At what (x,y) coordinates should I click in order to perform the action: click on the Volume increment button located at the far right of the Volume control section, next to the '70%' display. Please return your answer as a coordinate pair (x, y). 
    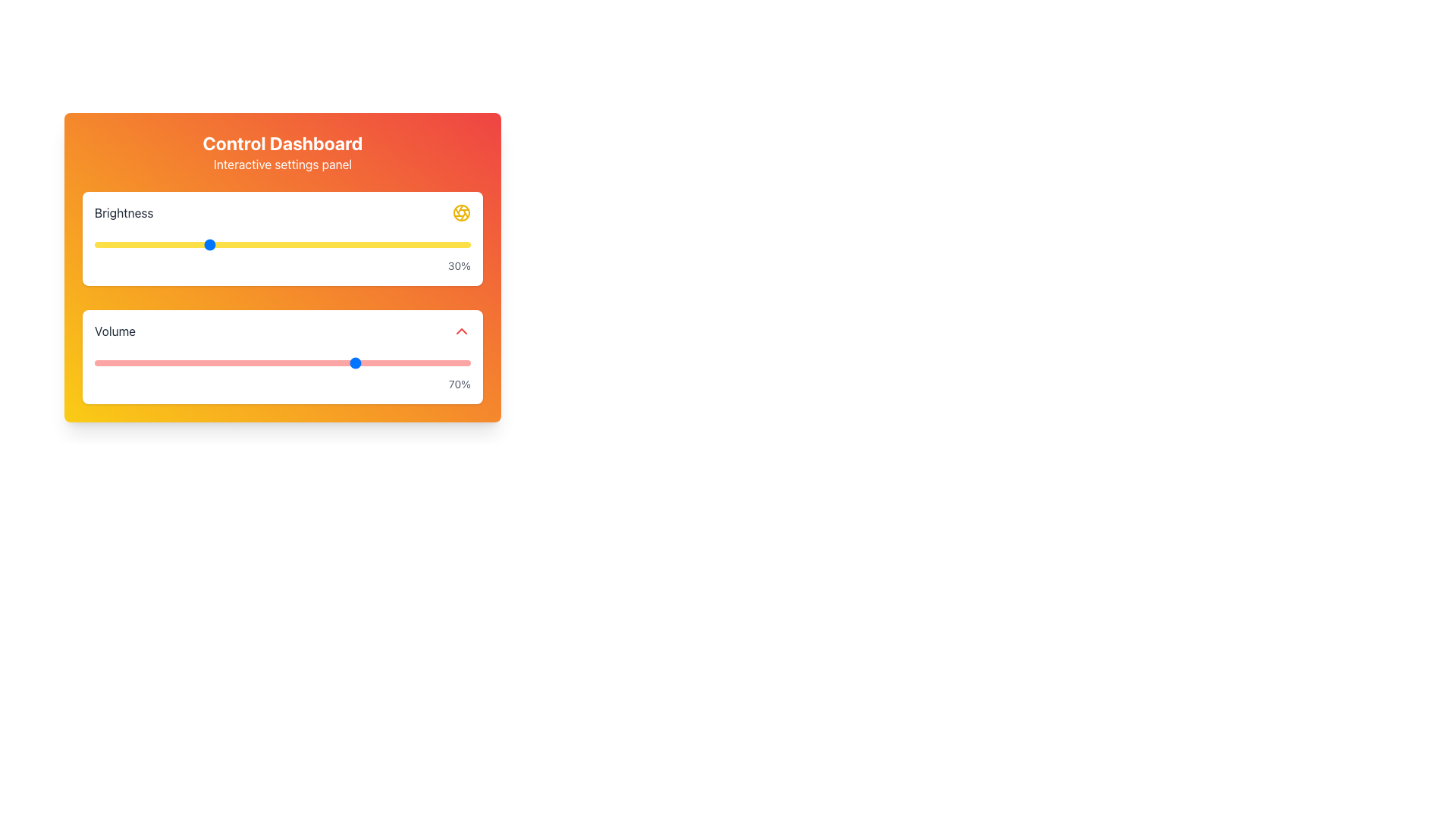
    Looking at the image, I should click on (461, 330).